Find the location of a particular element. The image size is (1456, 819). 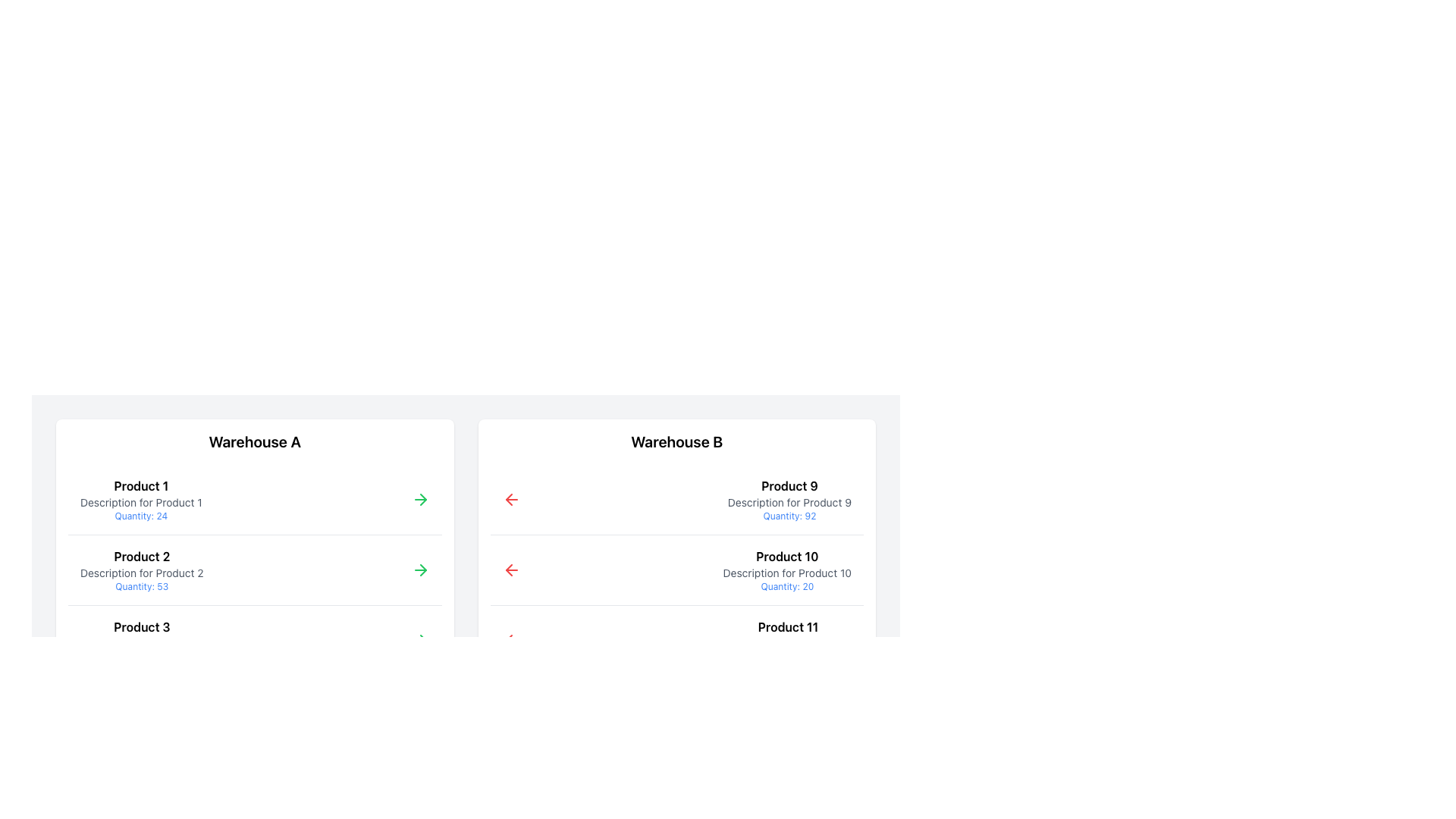

the static Text element providing additional information about 'Product 10', located below the main title and above the quantity text is located at coordinates (787, 573).